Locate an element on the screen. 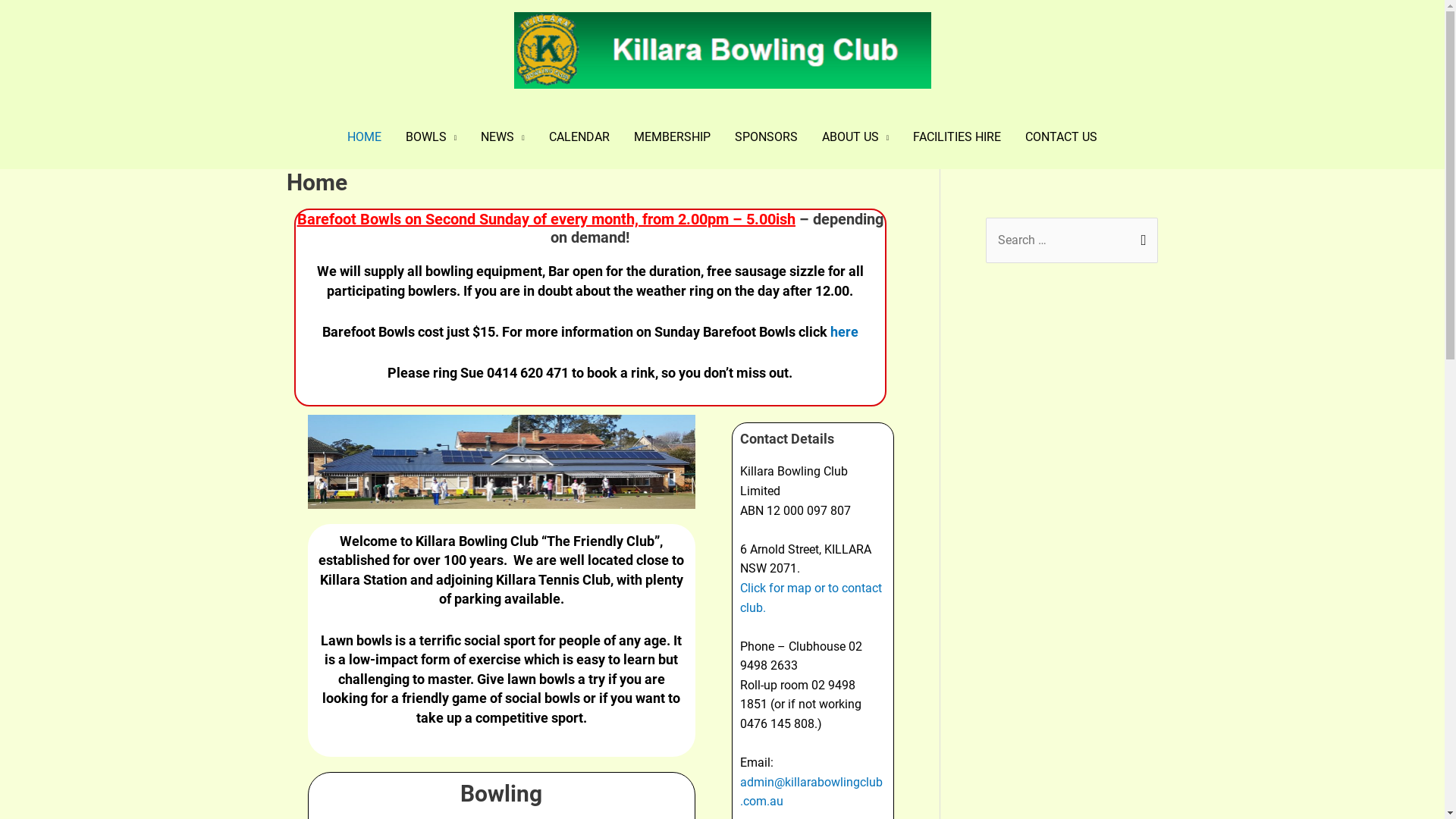 This screenshot has height=819, width=1456. 'CONTACT US' is located at coordinates (1060, 137).